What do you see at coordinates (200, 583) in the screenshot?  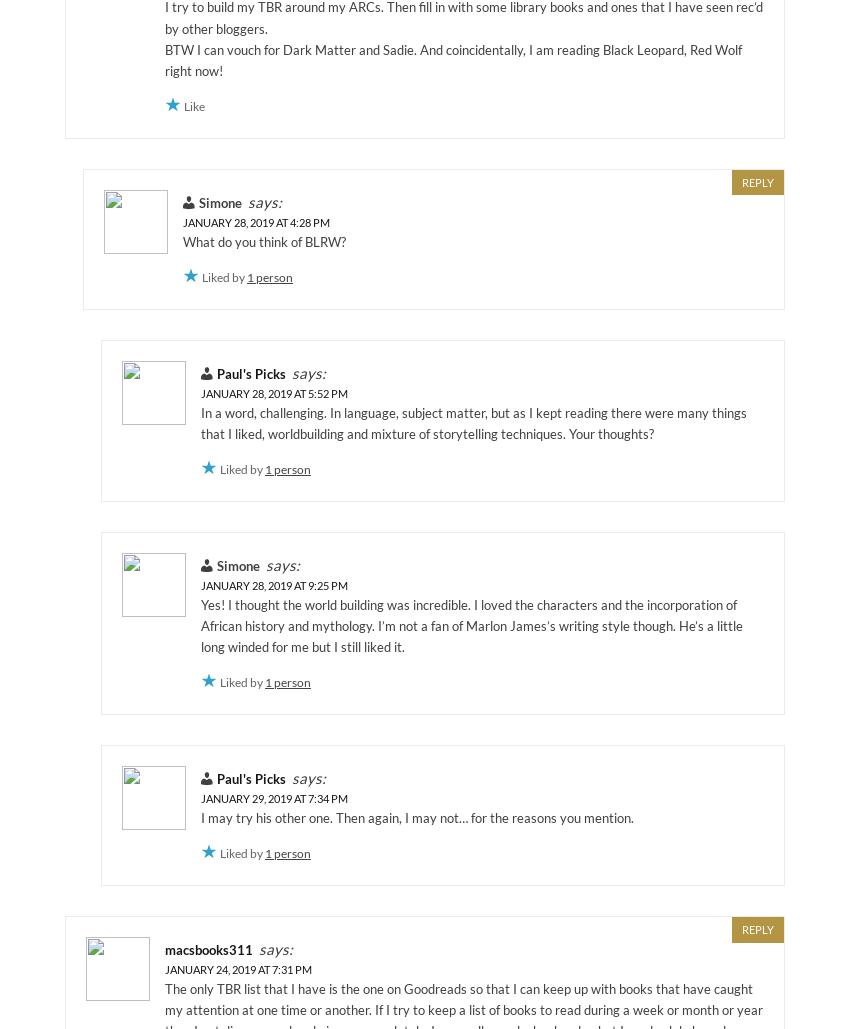 I see `'January 28, 2019 at 9:25 pm'` at bounding box center [200, 583].